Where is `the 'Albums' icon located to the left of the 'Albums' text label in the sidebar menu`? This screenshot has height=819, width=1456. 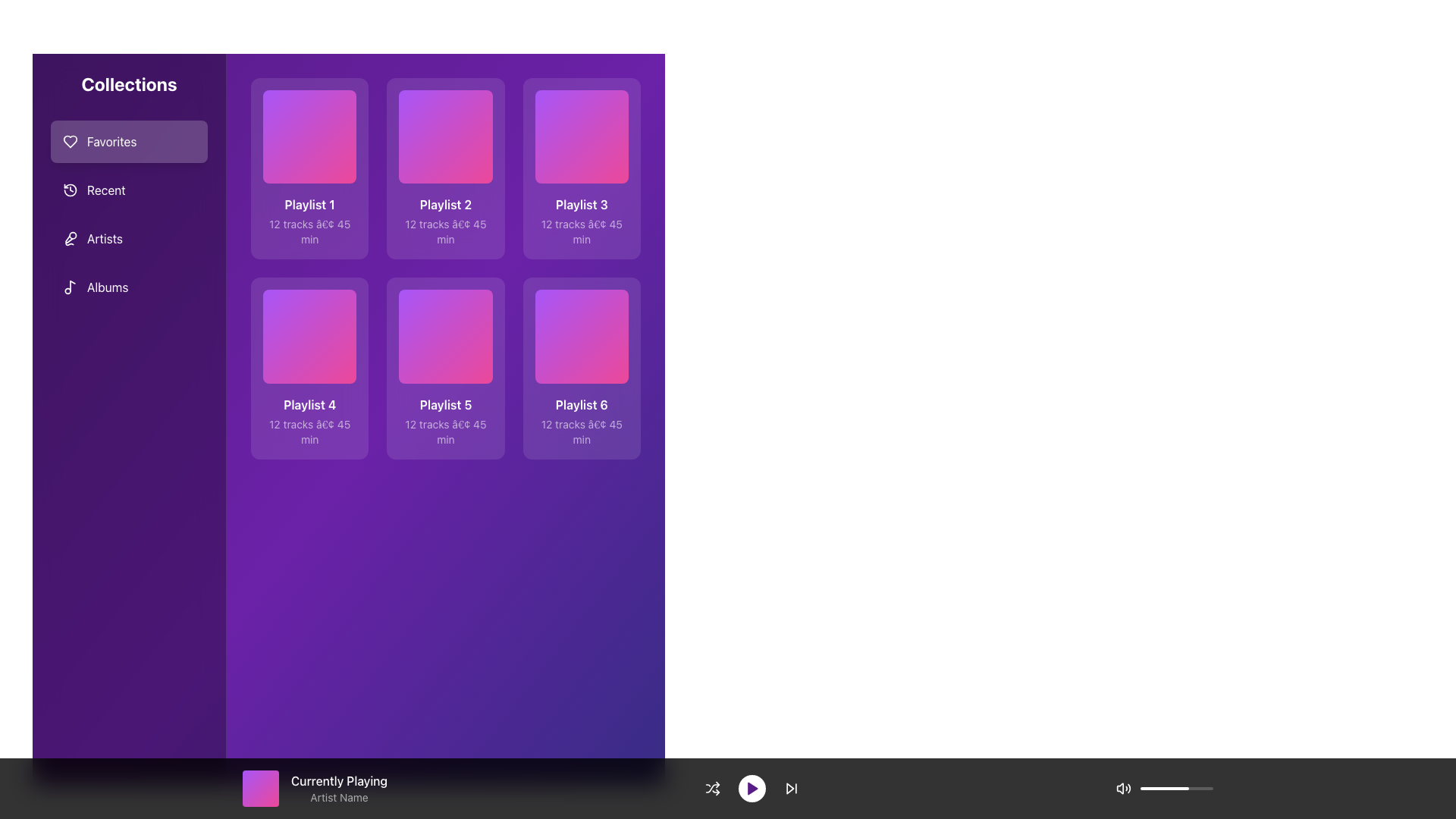
the 'Albums' icon located to the left of the 'Albums' text label in the sidebar menu is located at coordinates (69, 287).